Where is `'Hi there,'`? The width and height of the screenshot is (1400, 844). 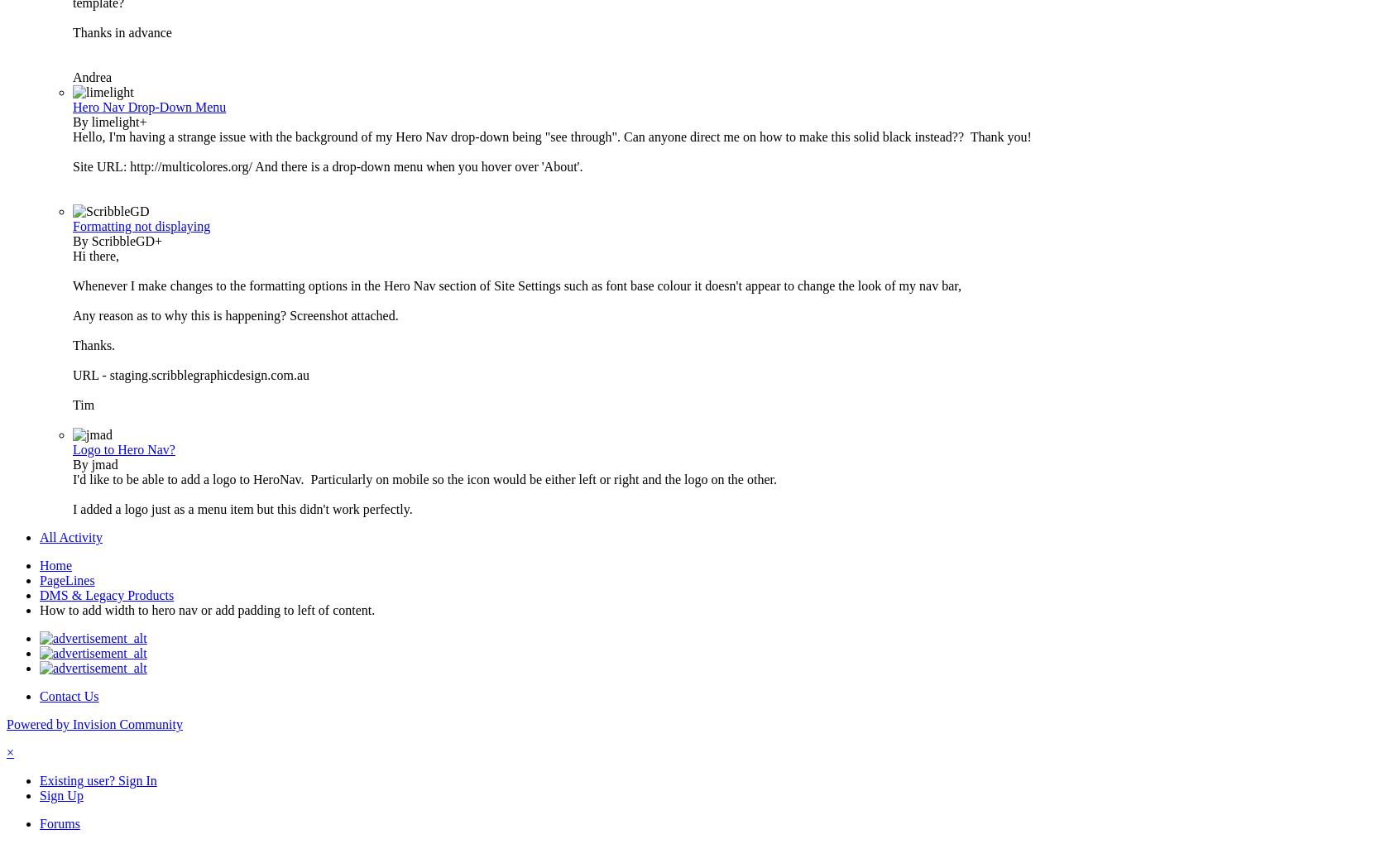
'Hi there,' is located at coordinates (95, 256).